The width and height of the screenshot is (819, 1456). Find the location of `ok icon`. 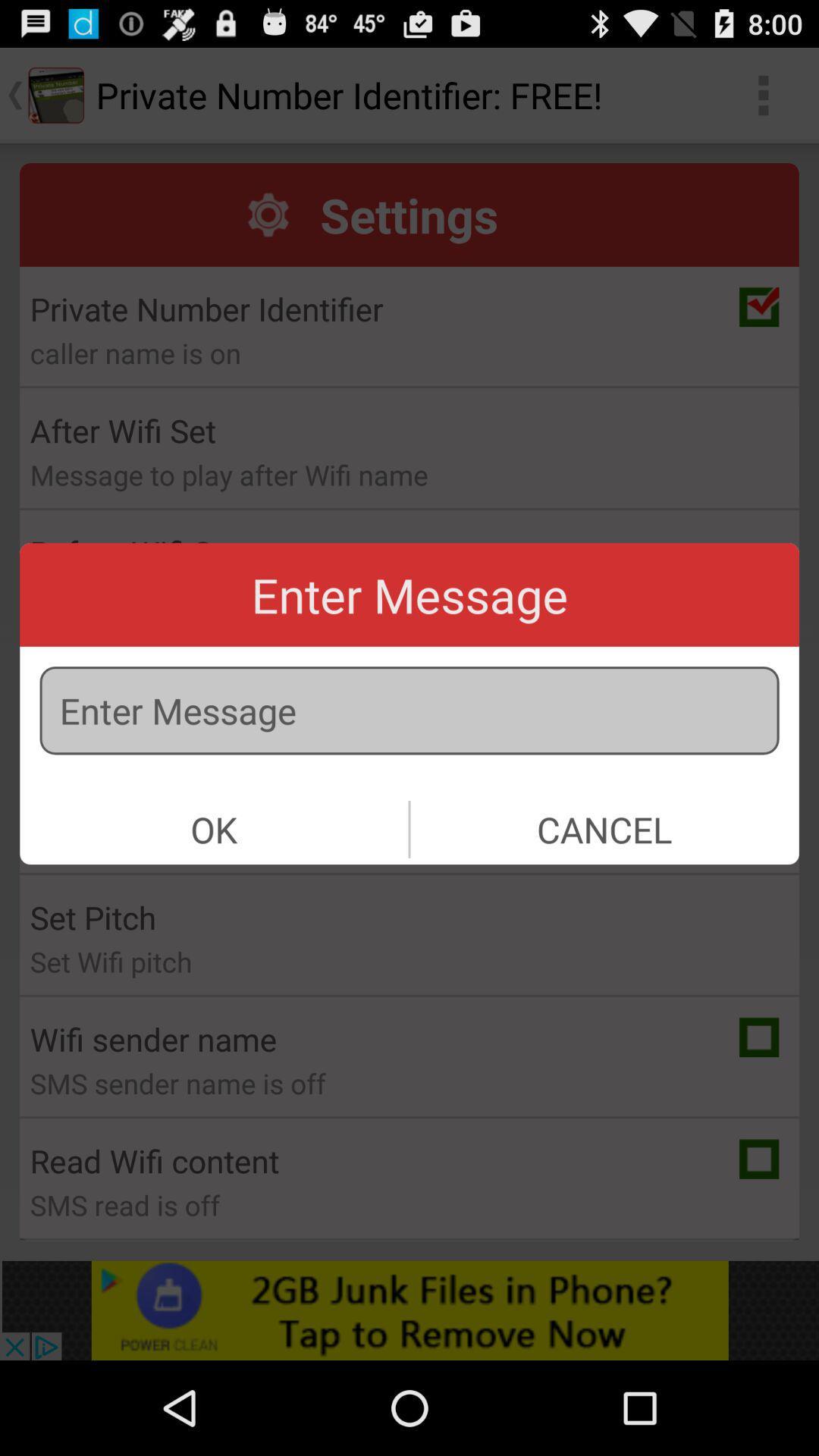

ok icon is located at coordinates (214, 828).